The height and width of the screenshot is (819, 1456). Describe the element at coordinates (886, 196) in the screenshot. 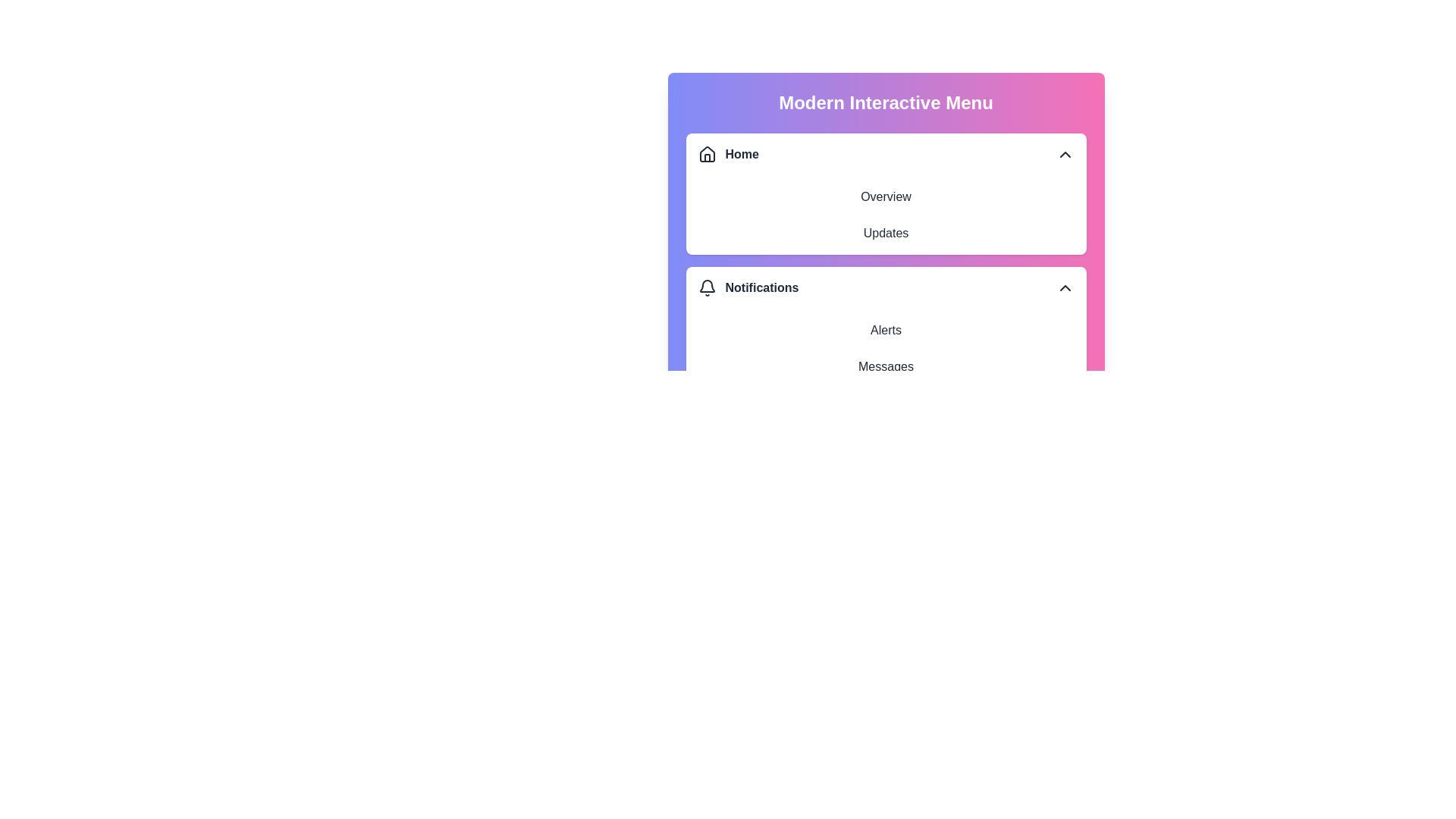

I see `the text element Overview to interact with it` at that location.